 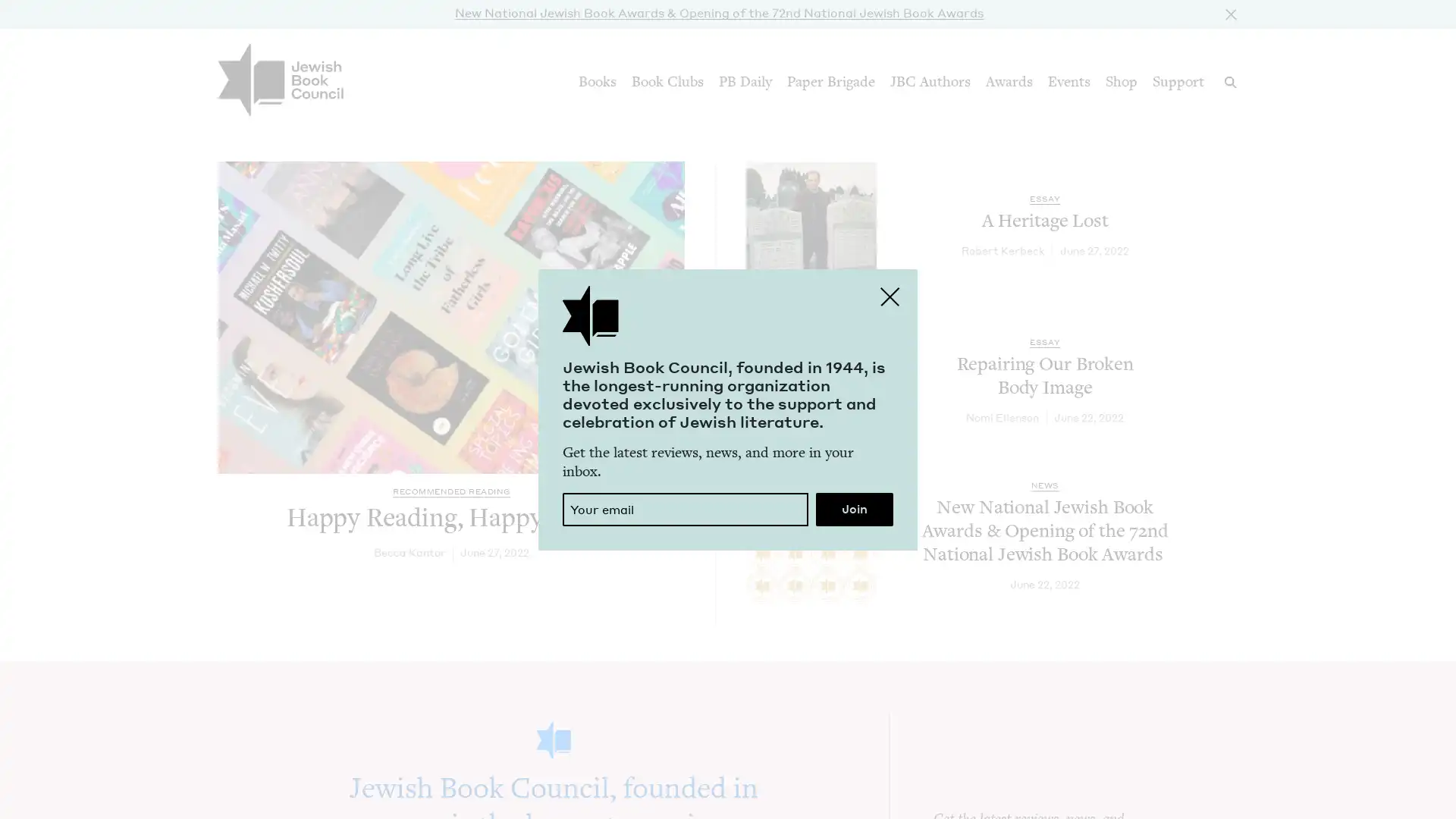 What do you see at coordinates (1229, 82) in the screenshot?
I see `Search` at bounding box center [1229, 82].